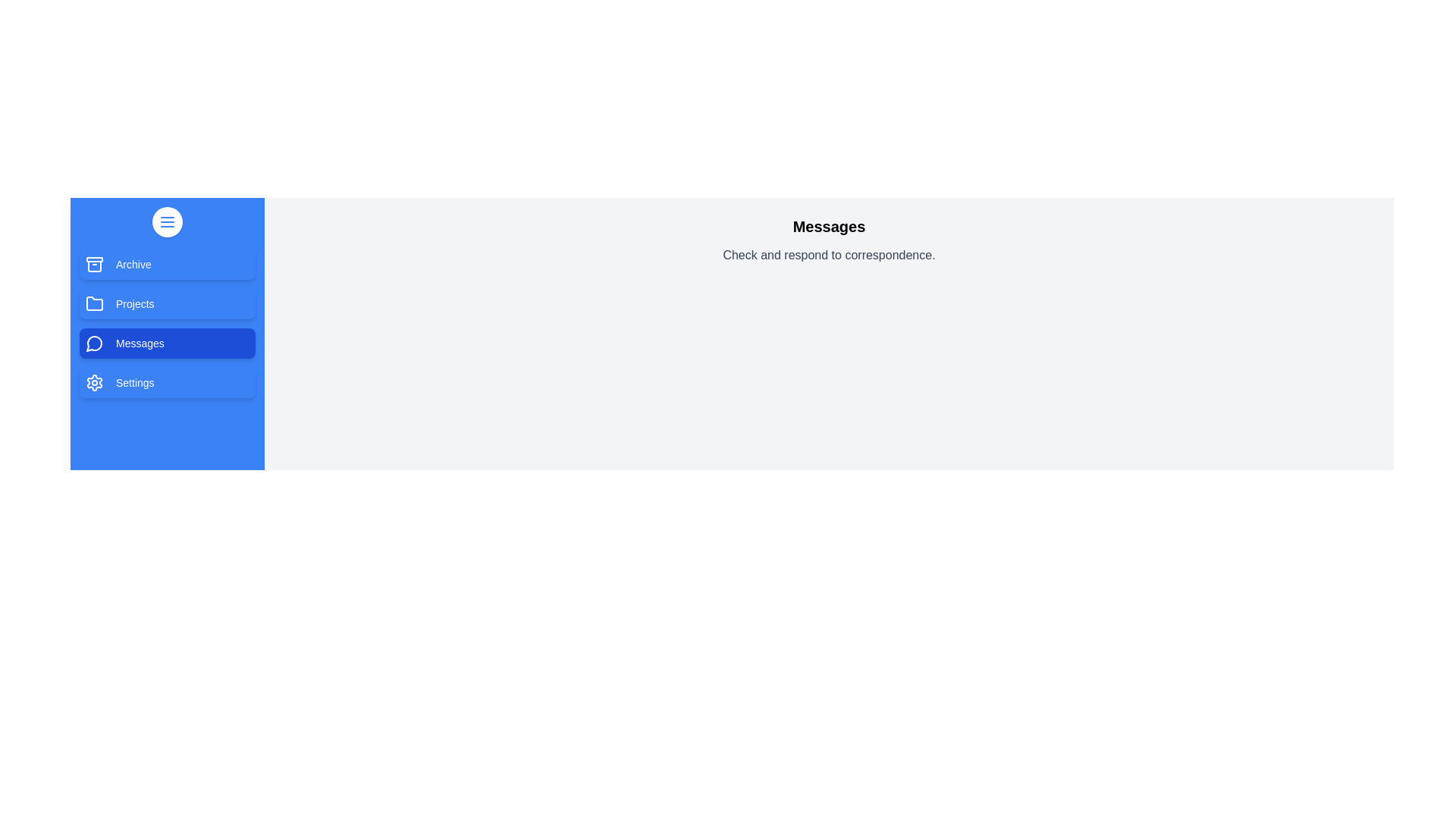  Describe the element at coordinates (167, 304) in the screenshot. I see `the tab Projects to view its content` at that location.